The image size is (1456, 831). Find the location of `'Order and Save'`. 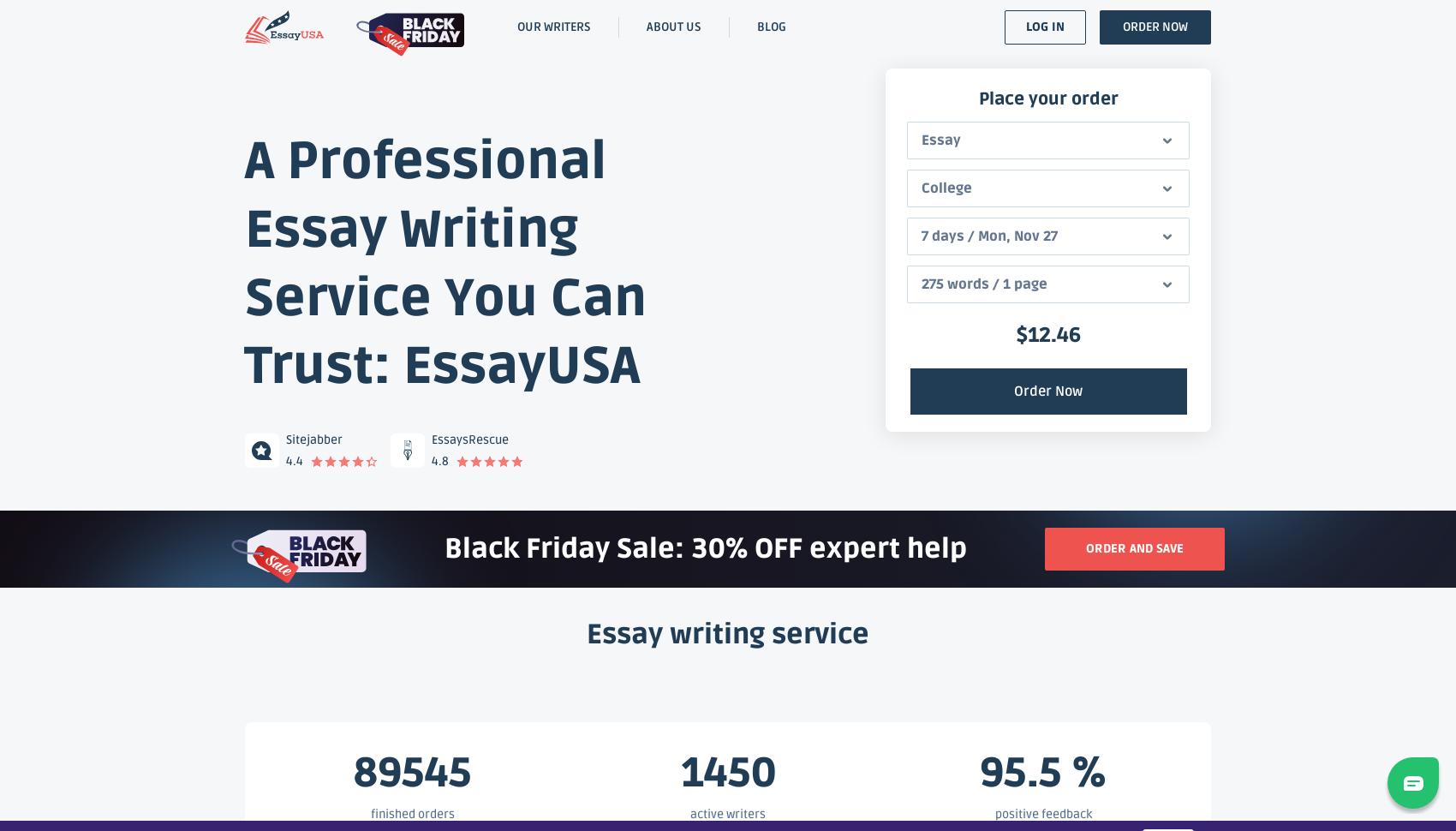

'Order and Save' is located at coordinates (1134, 547).